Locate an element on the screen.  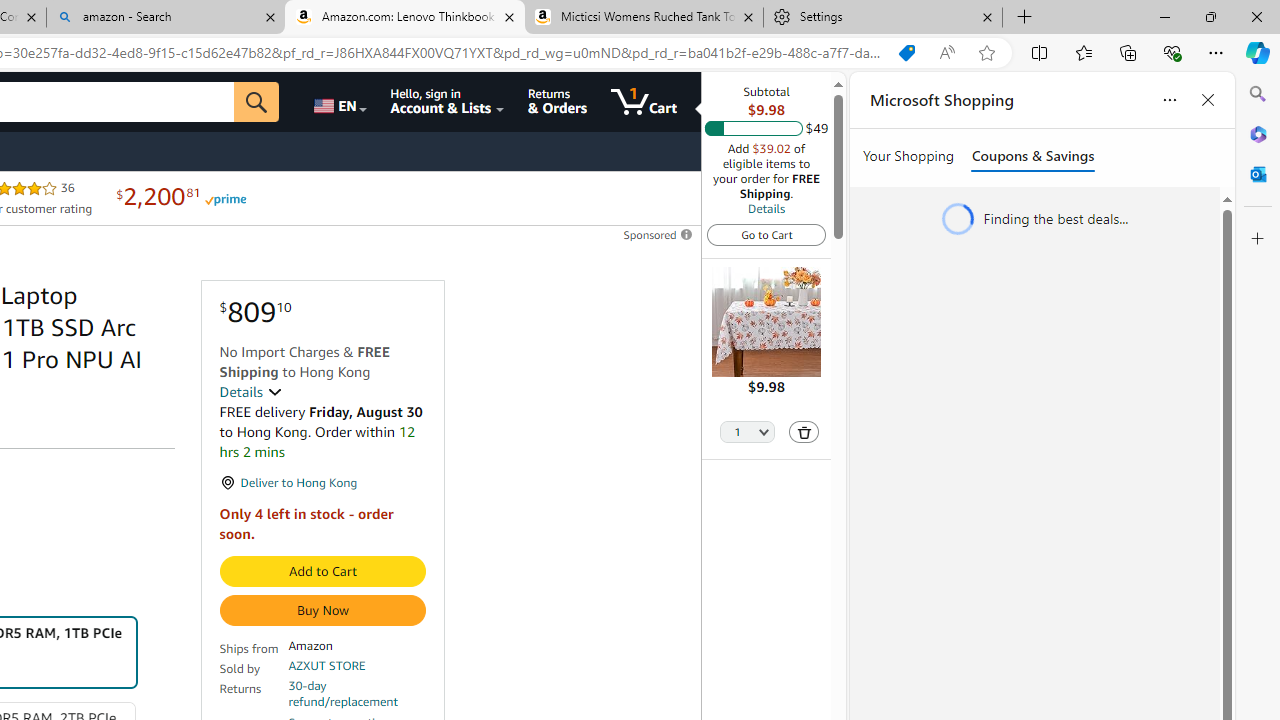
'Returns & Orders' is located at coordinates (557, 101).